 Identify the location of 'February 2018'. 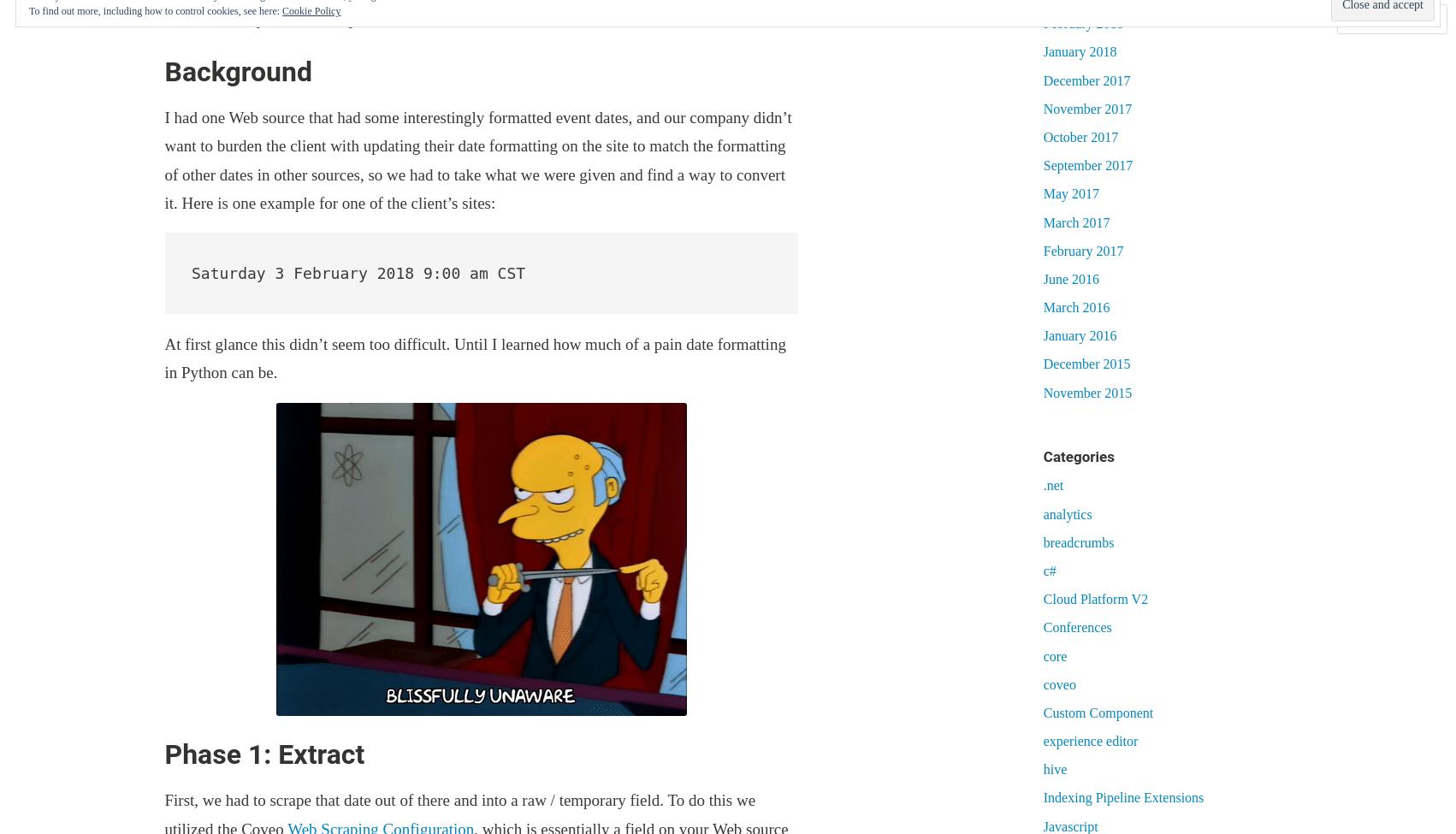
(1042, 23).